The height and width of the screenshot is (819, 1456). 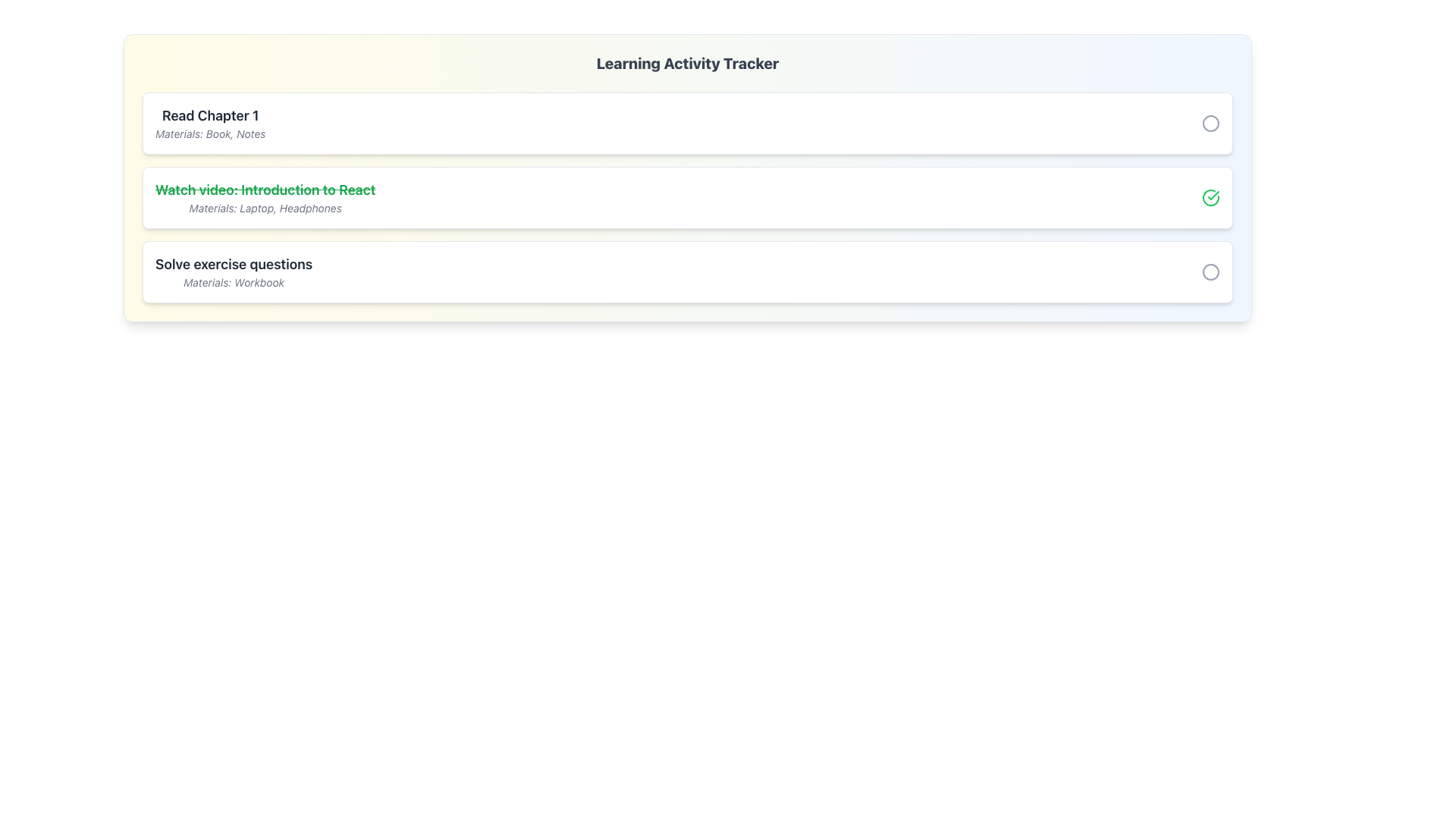 I want to click on text content of the Text block element that contains 'Solve exercise questions' and 'Materials: Workbook', located on the right-hand side of the third item in the list of tasks, so click(x=233, y=271).